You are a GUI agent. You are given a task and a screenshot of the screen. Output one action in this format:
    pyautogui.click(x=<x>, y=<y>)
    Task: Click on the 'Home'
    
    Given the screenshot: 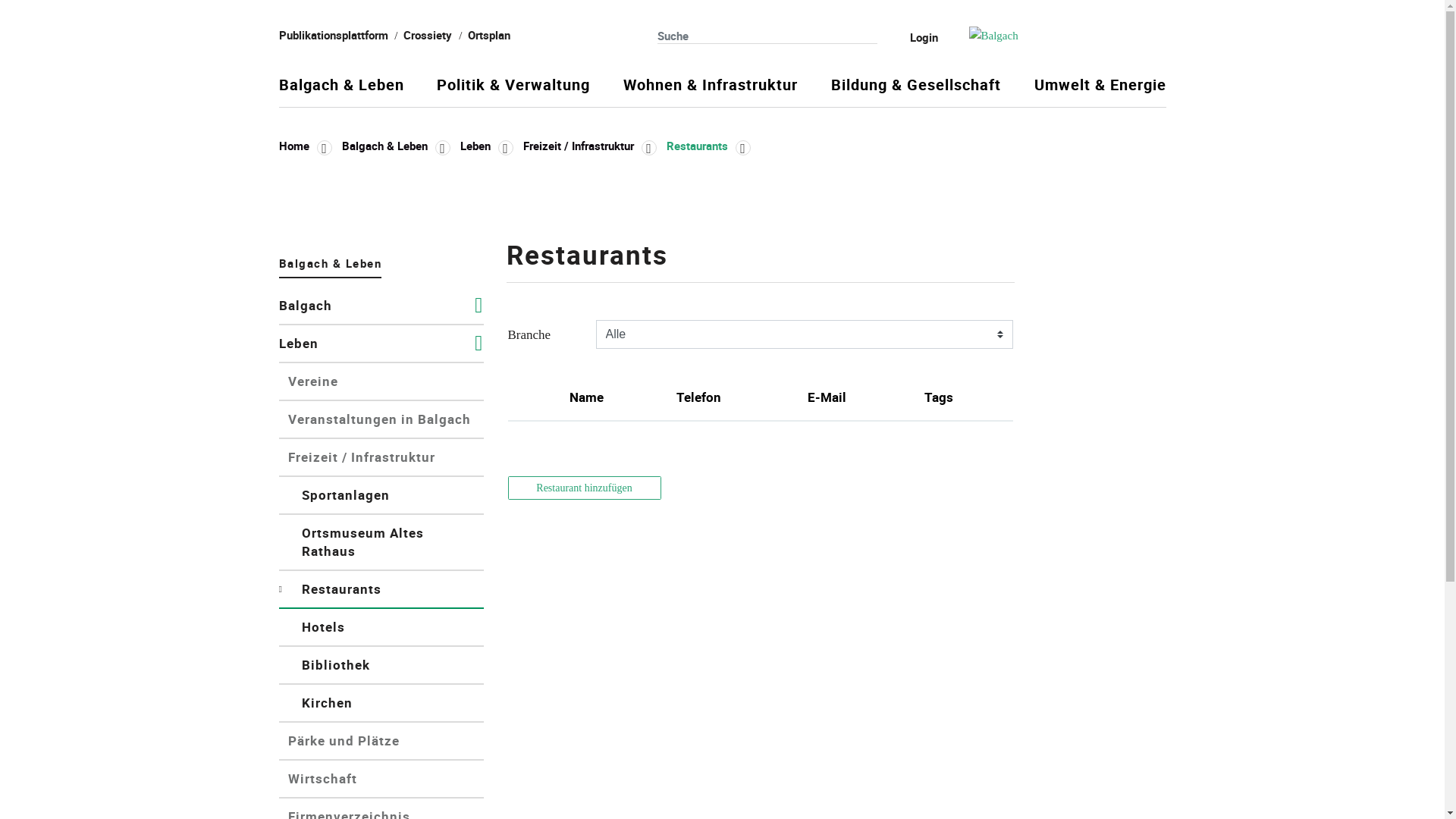 What is the action you would take?
    pyautogui.click(x=305, y=146)
    